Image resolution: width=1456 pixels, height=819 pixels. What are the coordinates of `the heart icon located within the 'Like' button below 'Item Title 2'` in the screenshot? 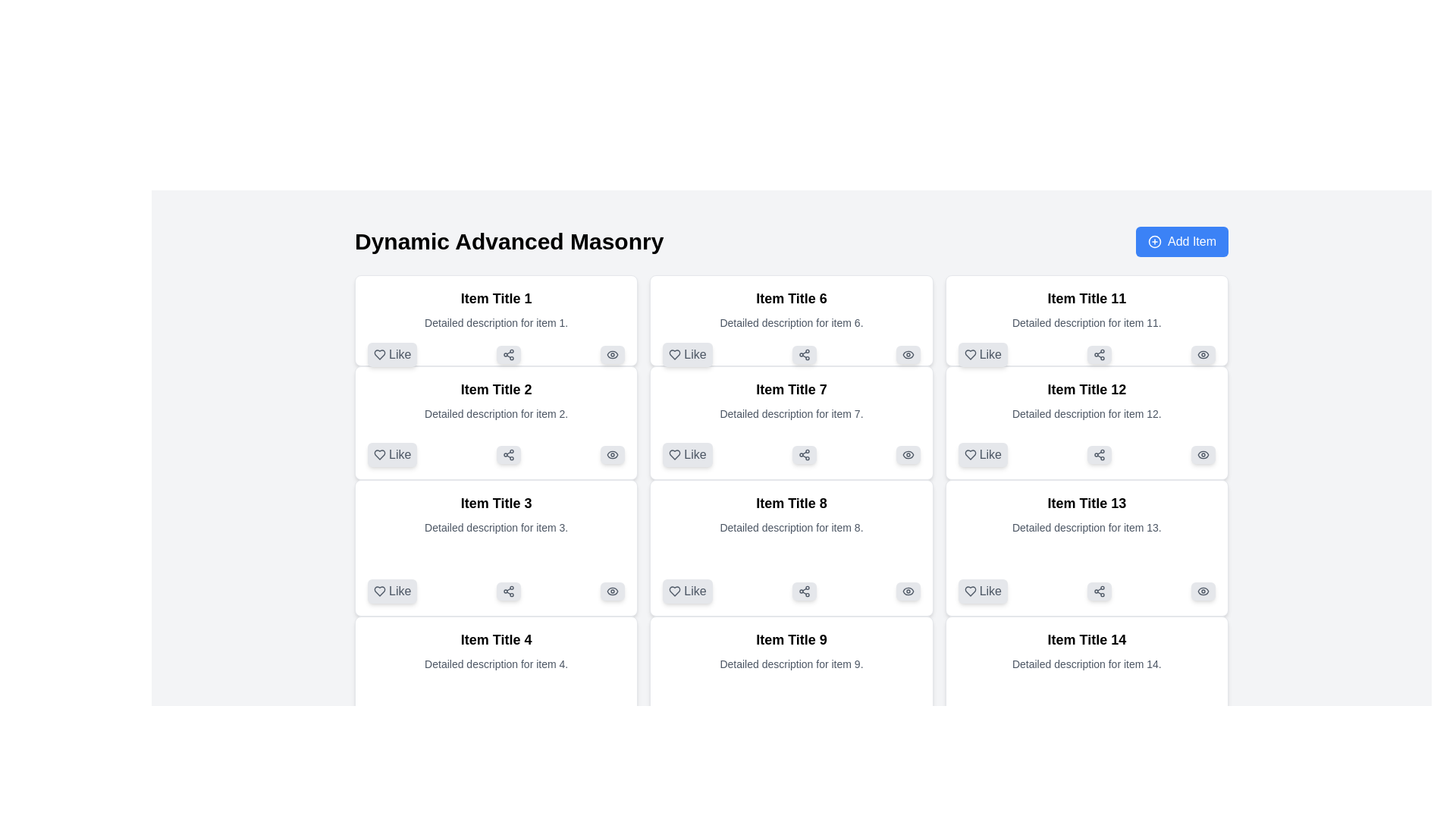 It's located at (379, 454).